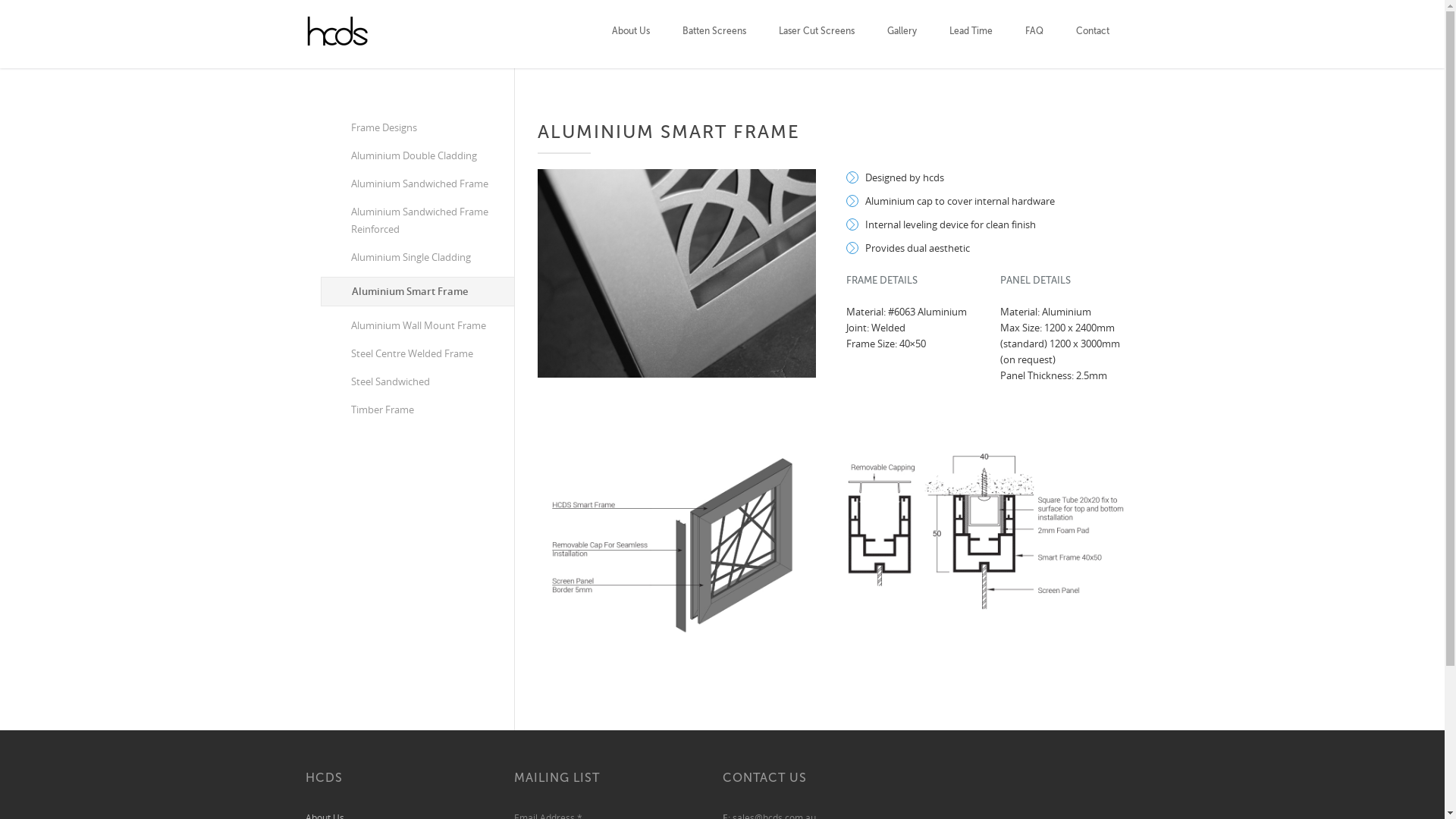 The width and height of the screenshot is (1456, 819). I want to click on 'Lead Time', so click(949, 34).